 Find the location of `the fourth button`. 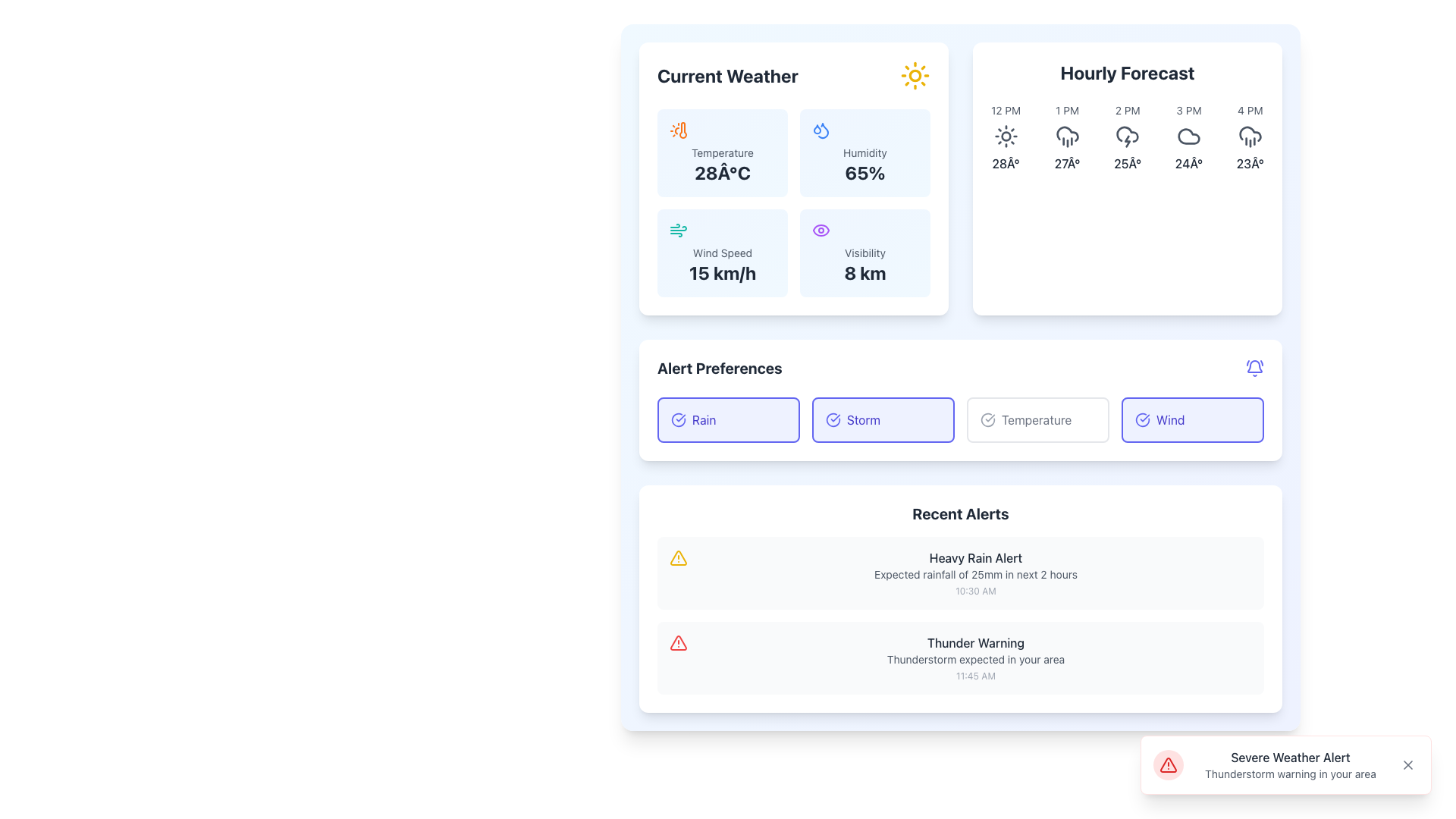

the fourth button is located at coordinates (1192, 420).